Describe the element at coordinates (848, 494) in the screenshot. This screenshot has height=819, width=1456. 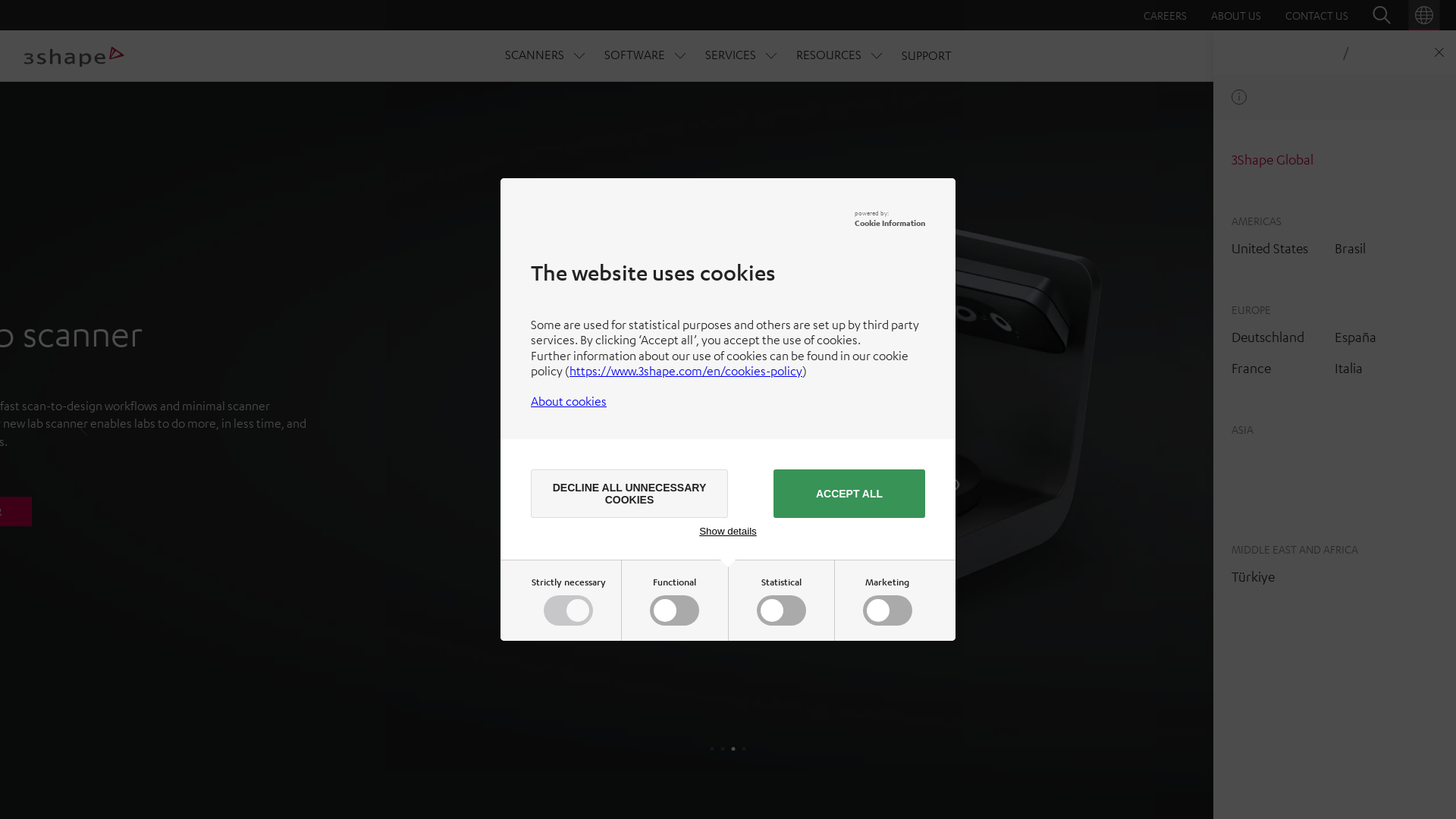
I see `'ACCEPT ALL'` at that location.